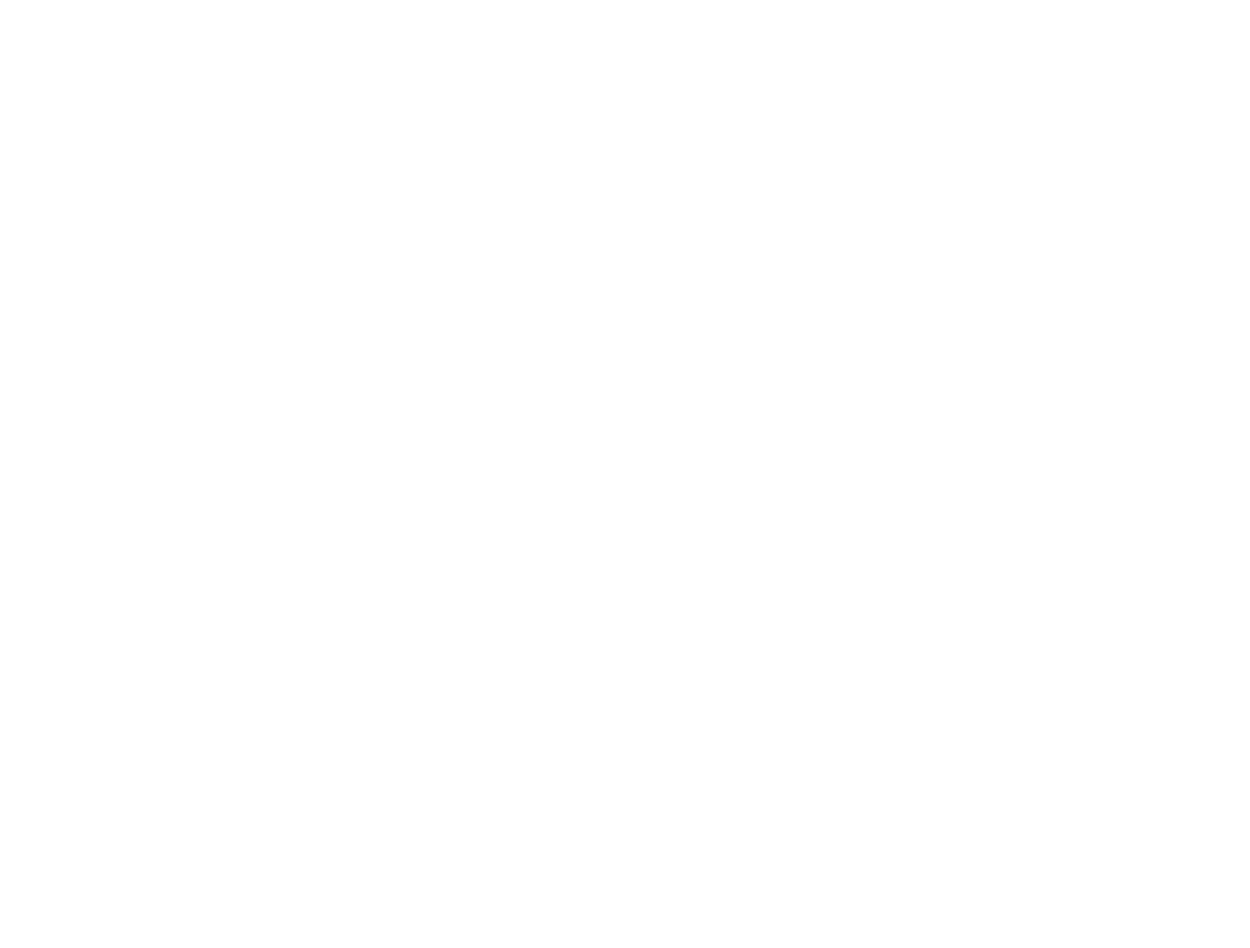 Image resolution: width=1250 pixels, height=948 pixels. I want to click on 'We have so many experiences for you and to make sure your vacation is unforgetable. Be sure to check out all the options we have available.', so click(1031, 894).